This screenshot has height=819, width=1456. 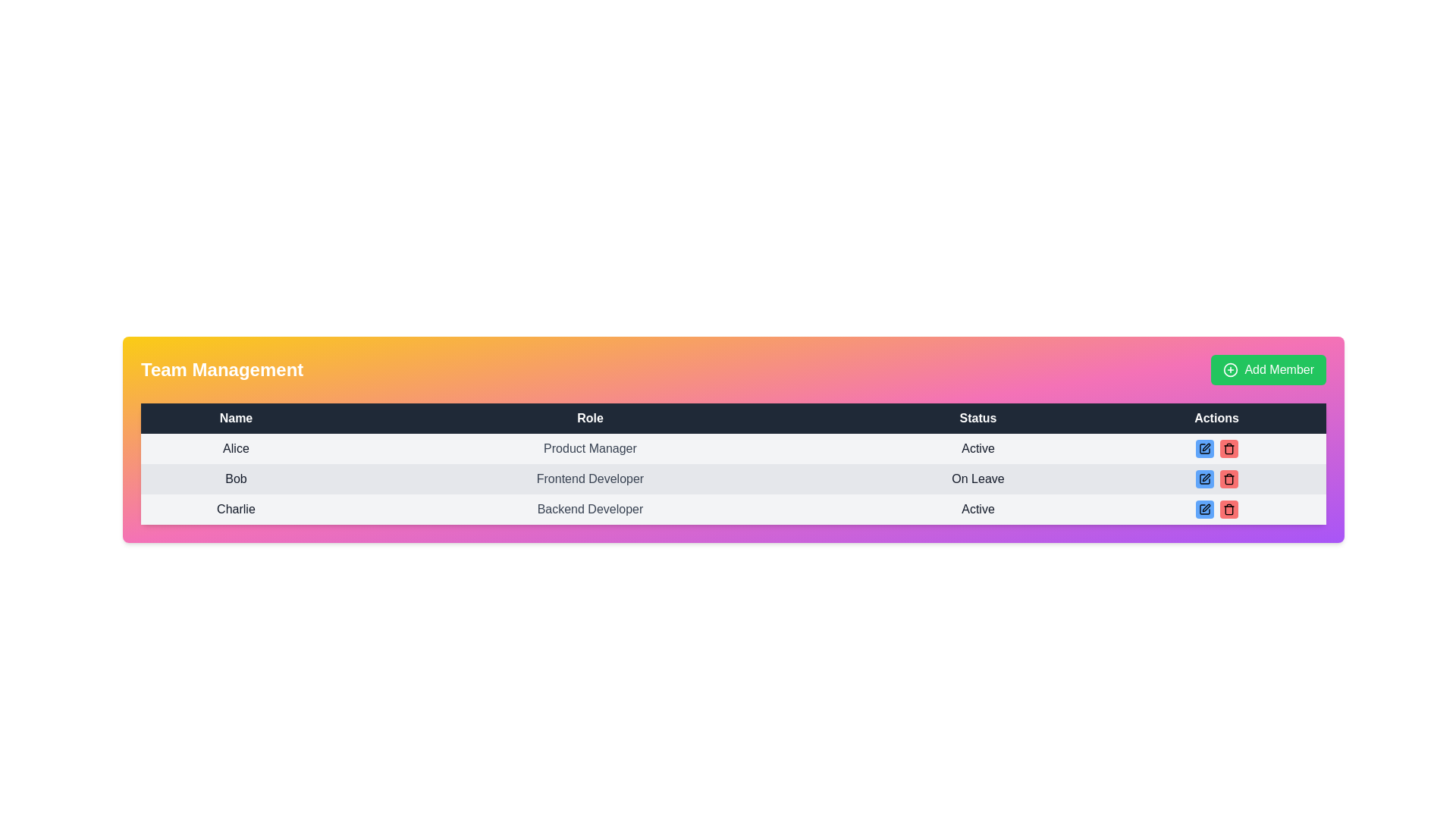 I want to click on the pen icon in the 'Actions' column, located in the second row of the table, so click(x=1205, y=508).